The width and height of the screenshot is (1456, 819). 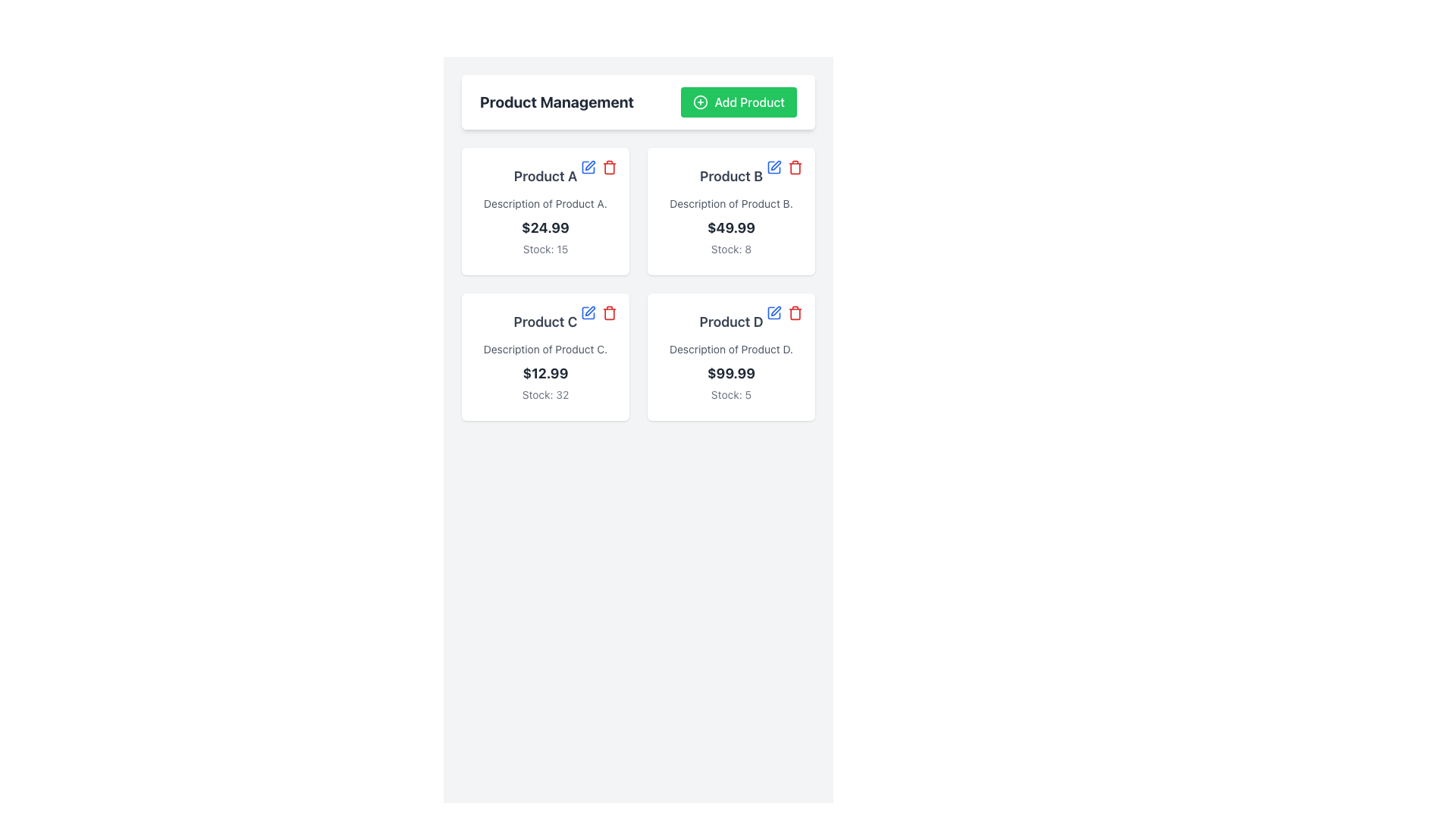 I want to click on the title text element displaying 'Product D', which is located in the fourth box of a two-by-two grid layout, so click(x=731, y=321).